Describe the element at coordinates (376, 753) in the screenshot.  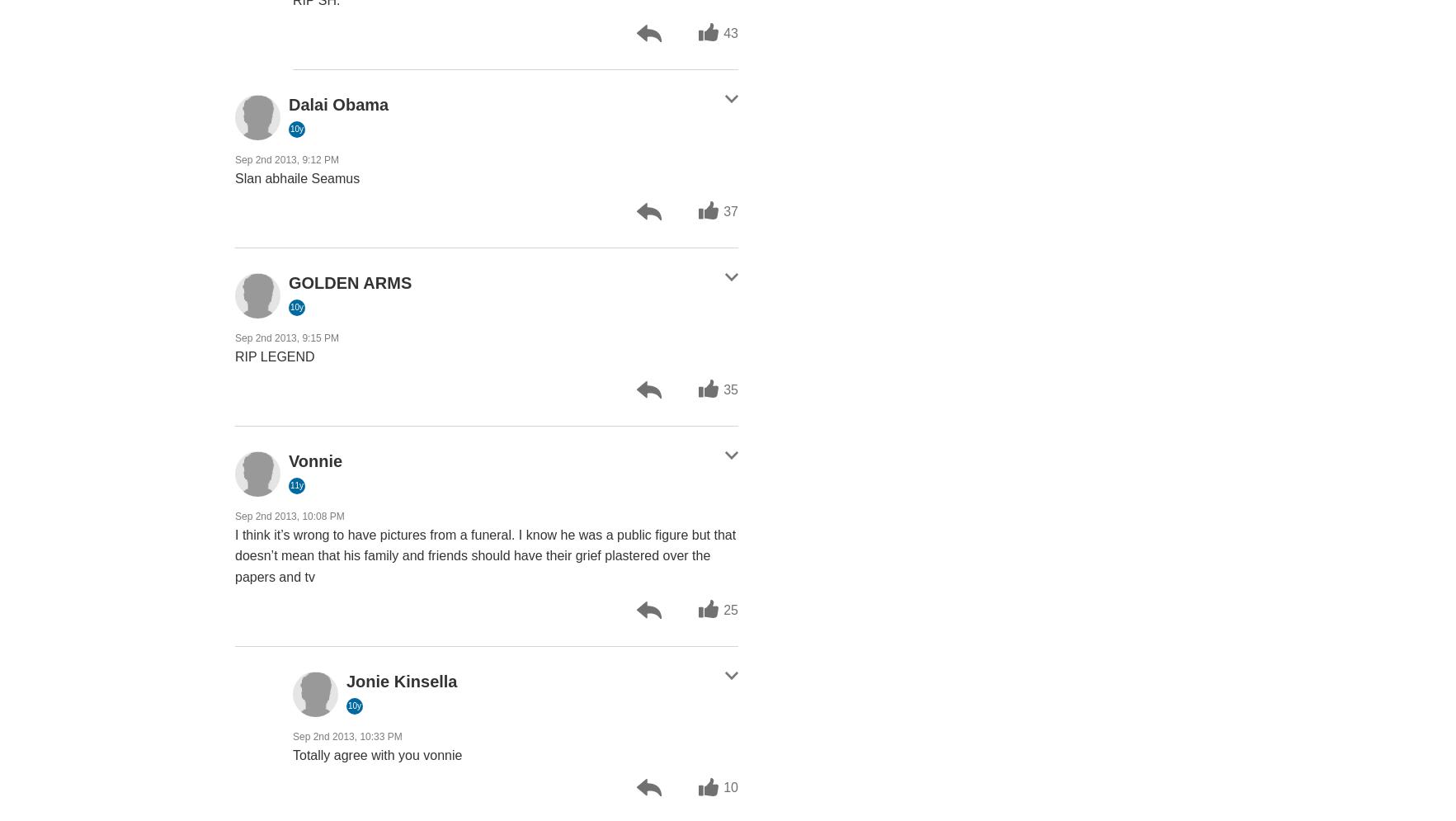
I see `'Totally agree with you vonnie'` at that location.